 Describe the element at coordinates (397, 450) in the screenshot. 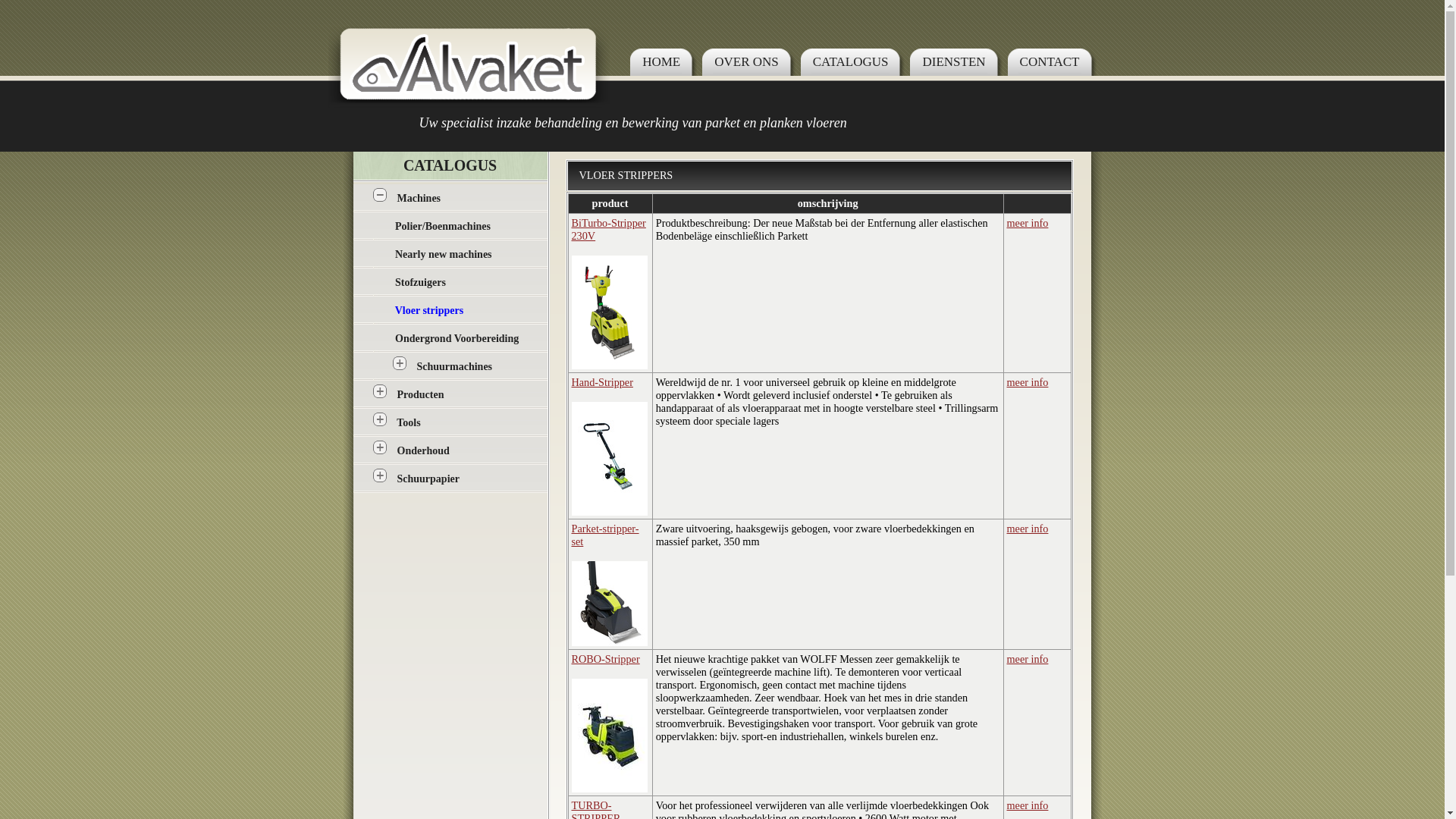

I see `'Onderhoud'` at that location.